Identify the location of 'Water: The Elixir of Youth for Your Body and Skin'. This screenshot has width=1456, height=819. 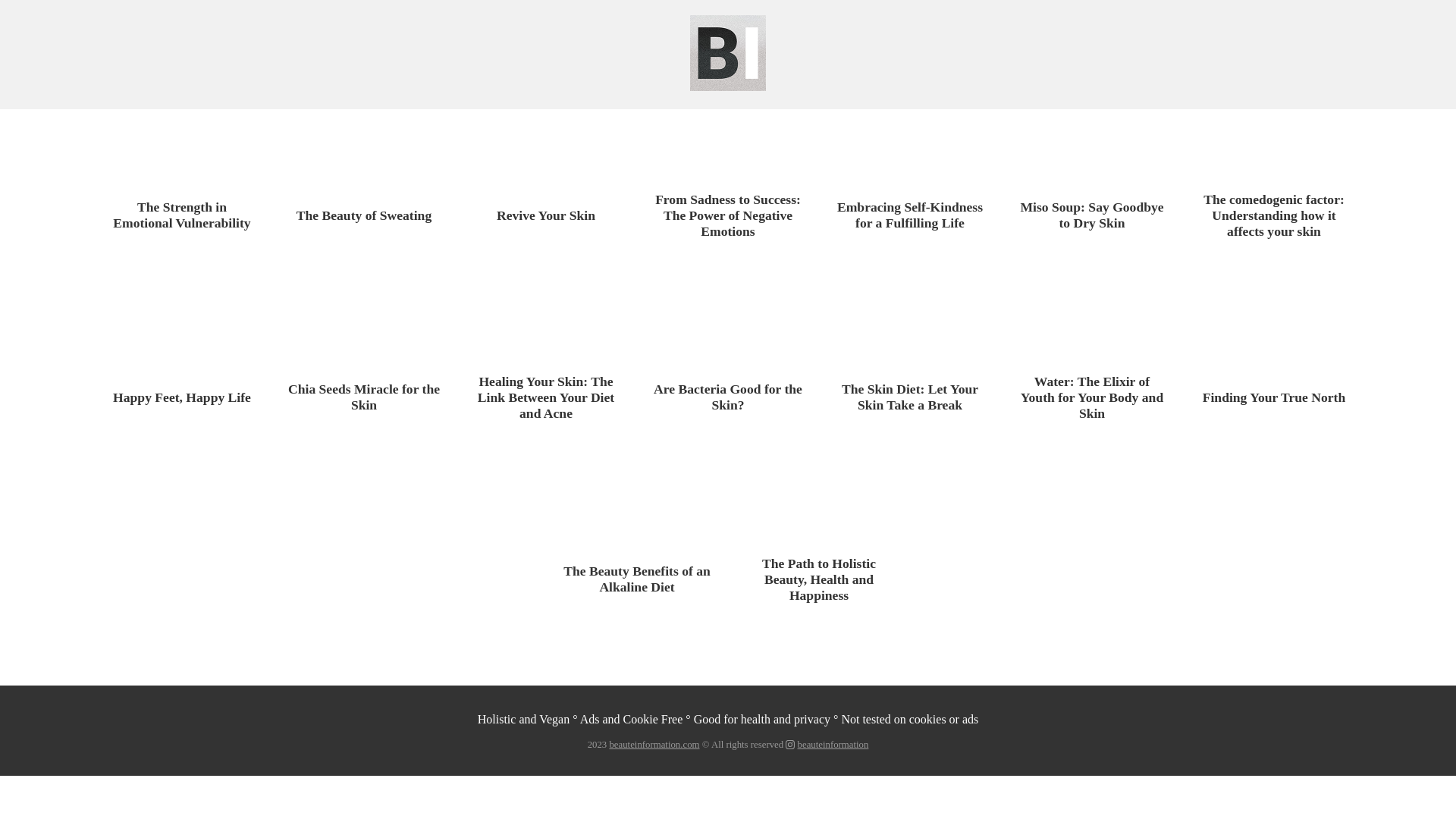
(1015, 396).